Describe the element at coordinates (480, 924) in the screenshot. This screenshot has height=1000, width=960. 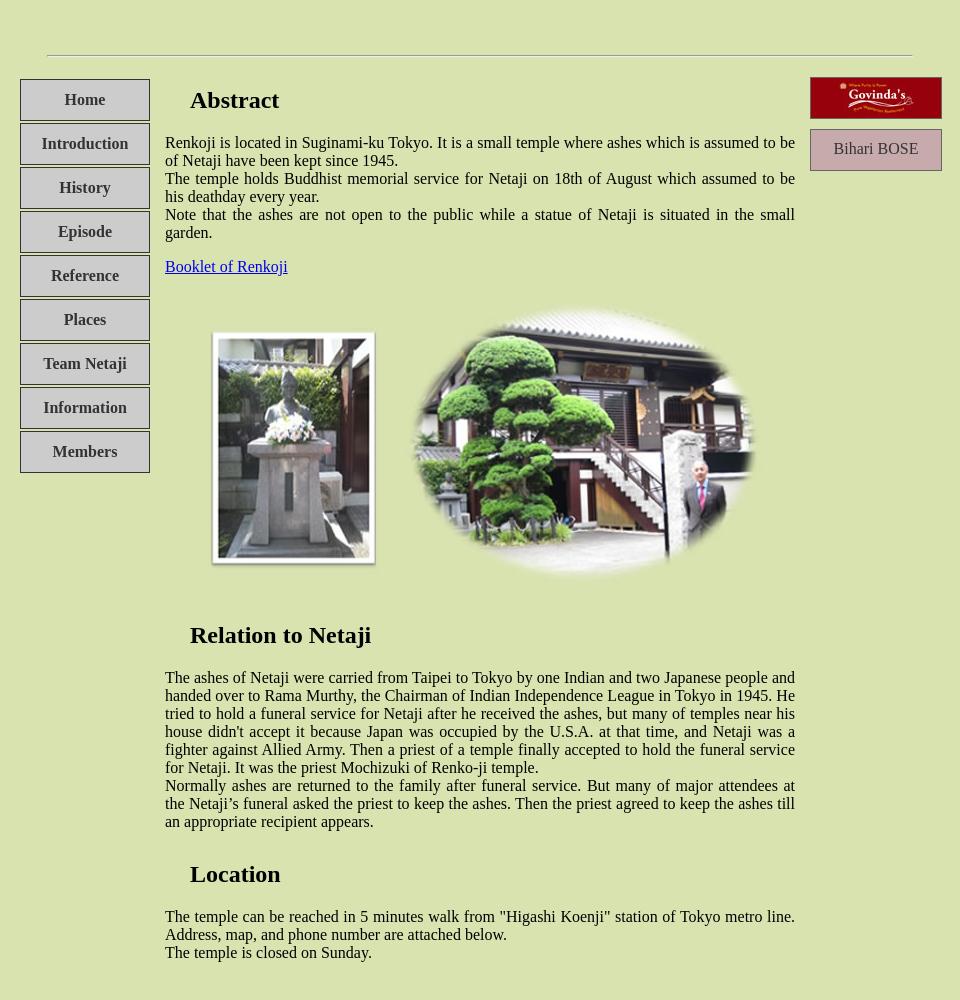
I see `'The temple can be reached in 5 minutes walk from "Higashi Koenji" station of Tokyo metro line.  Address, map, and phone number are attached below.'` at that location.